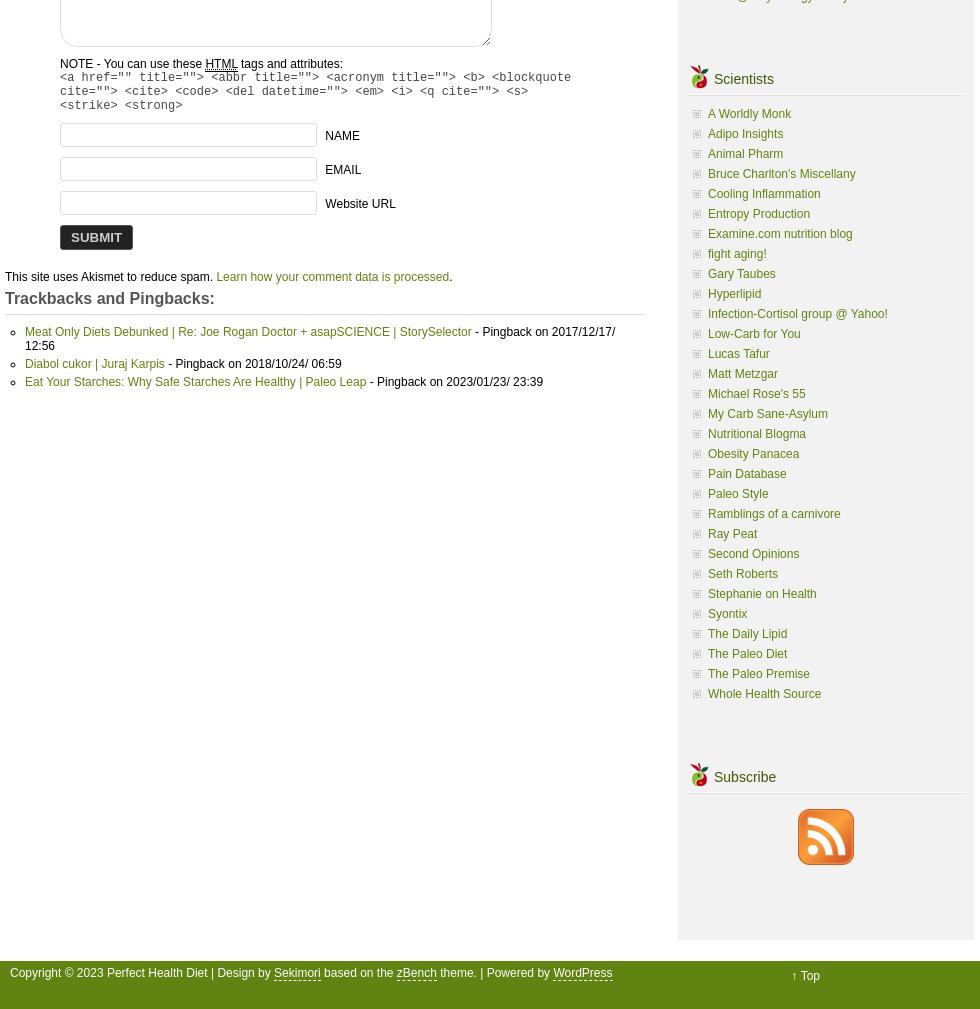  I want to click on 'Ramblings of a carnivore', so click(707, 512).